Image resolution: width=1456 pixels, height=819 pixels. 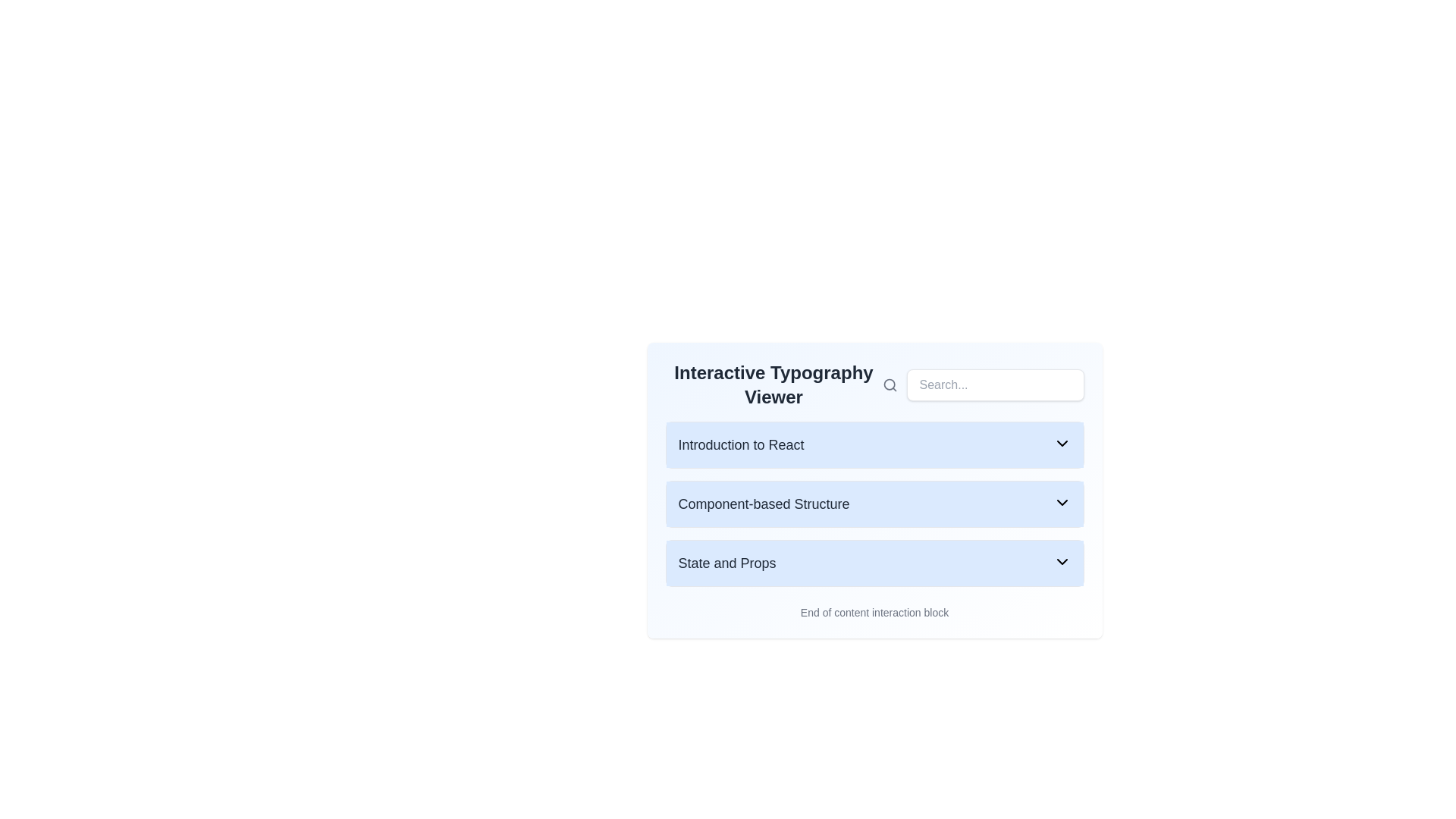 What do you see at coordinates (874, 611) in the screenshot?
I see `the static text label located at the bottom section of the vertical layout, which serves as an informational label indicating the conclusion of the interaction block` at bounding box center [874, 611].